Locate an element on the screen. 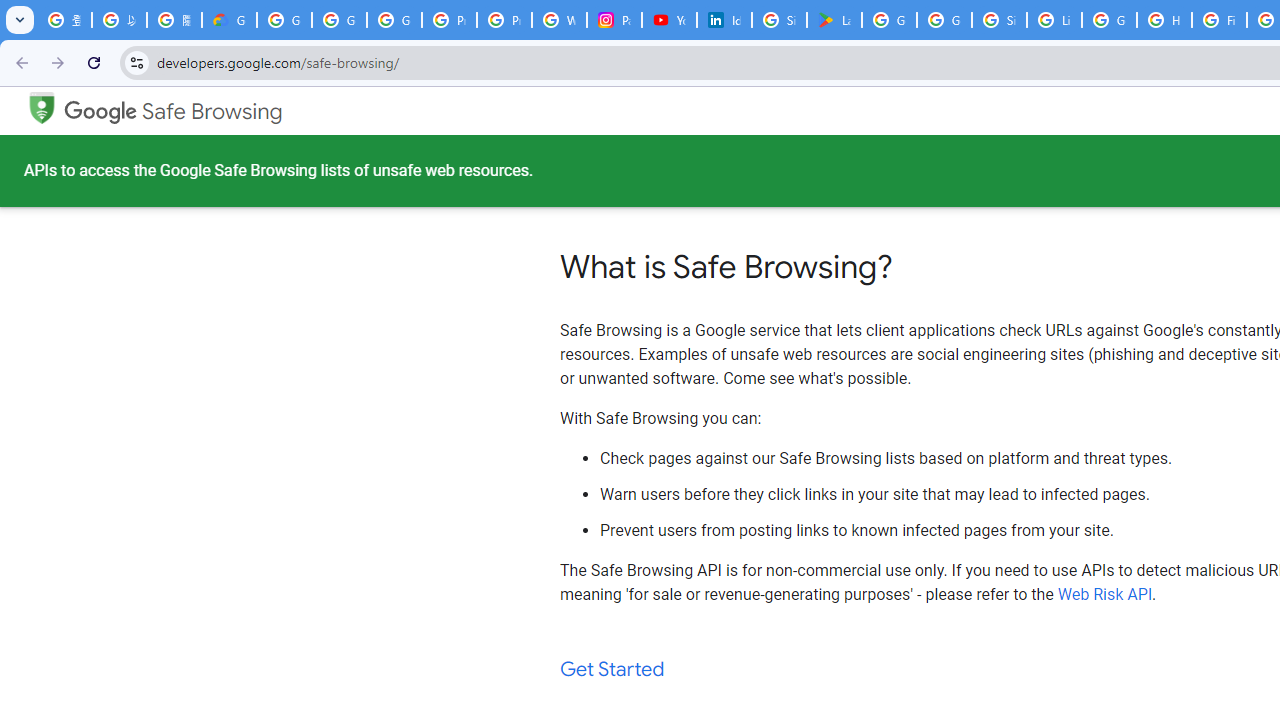 This screenshot has height=720, width=1280. 'How do I create a new Google Account? - Google Account Help' is located at coordinates (1164, 20).